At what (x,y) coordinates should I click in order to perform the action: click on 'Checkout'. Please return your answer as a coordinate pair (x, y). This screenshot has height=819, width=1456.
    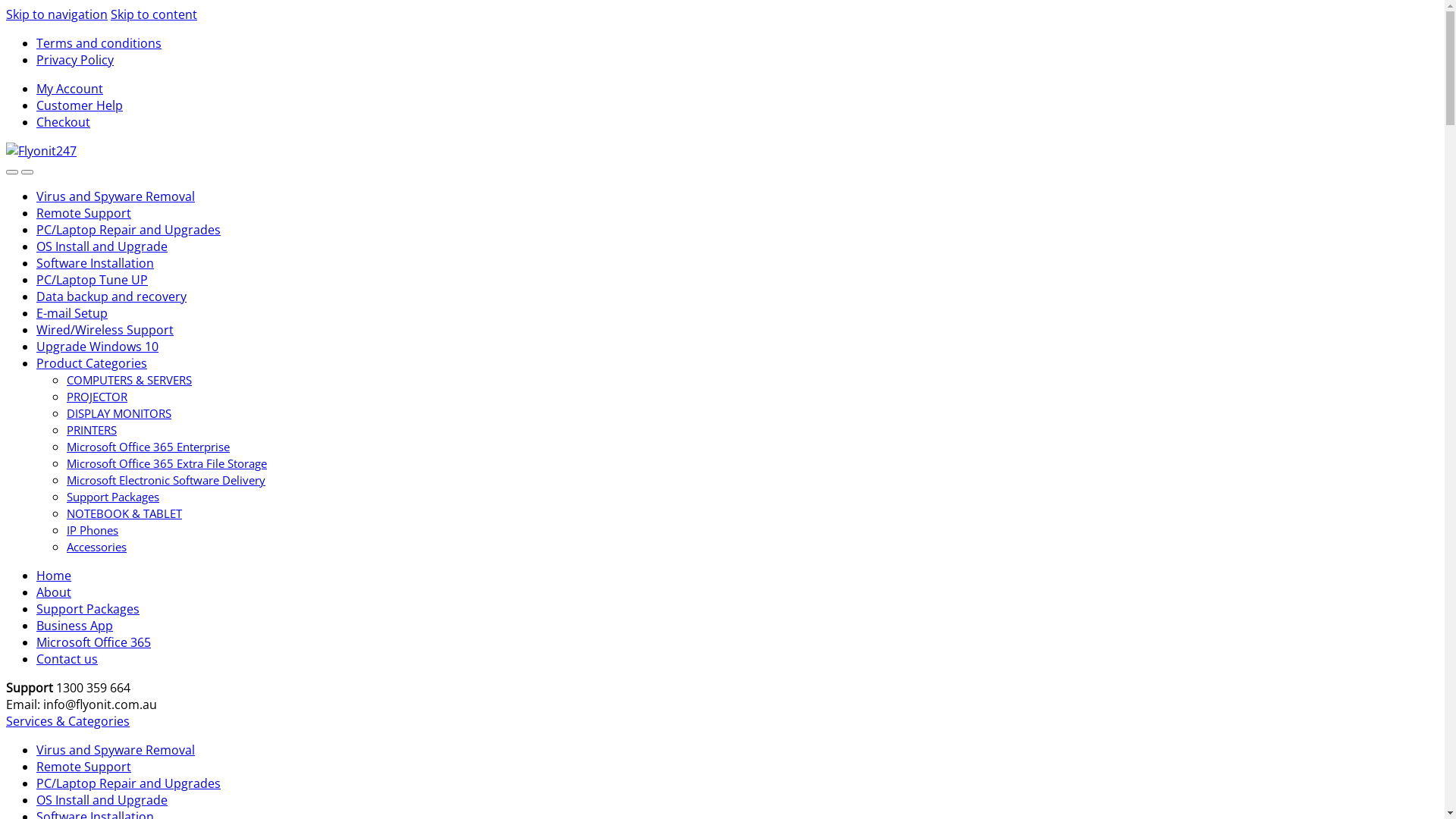
    Looking at the image, I should click on (62, 121).